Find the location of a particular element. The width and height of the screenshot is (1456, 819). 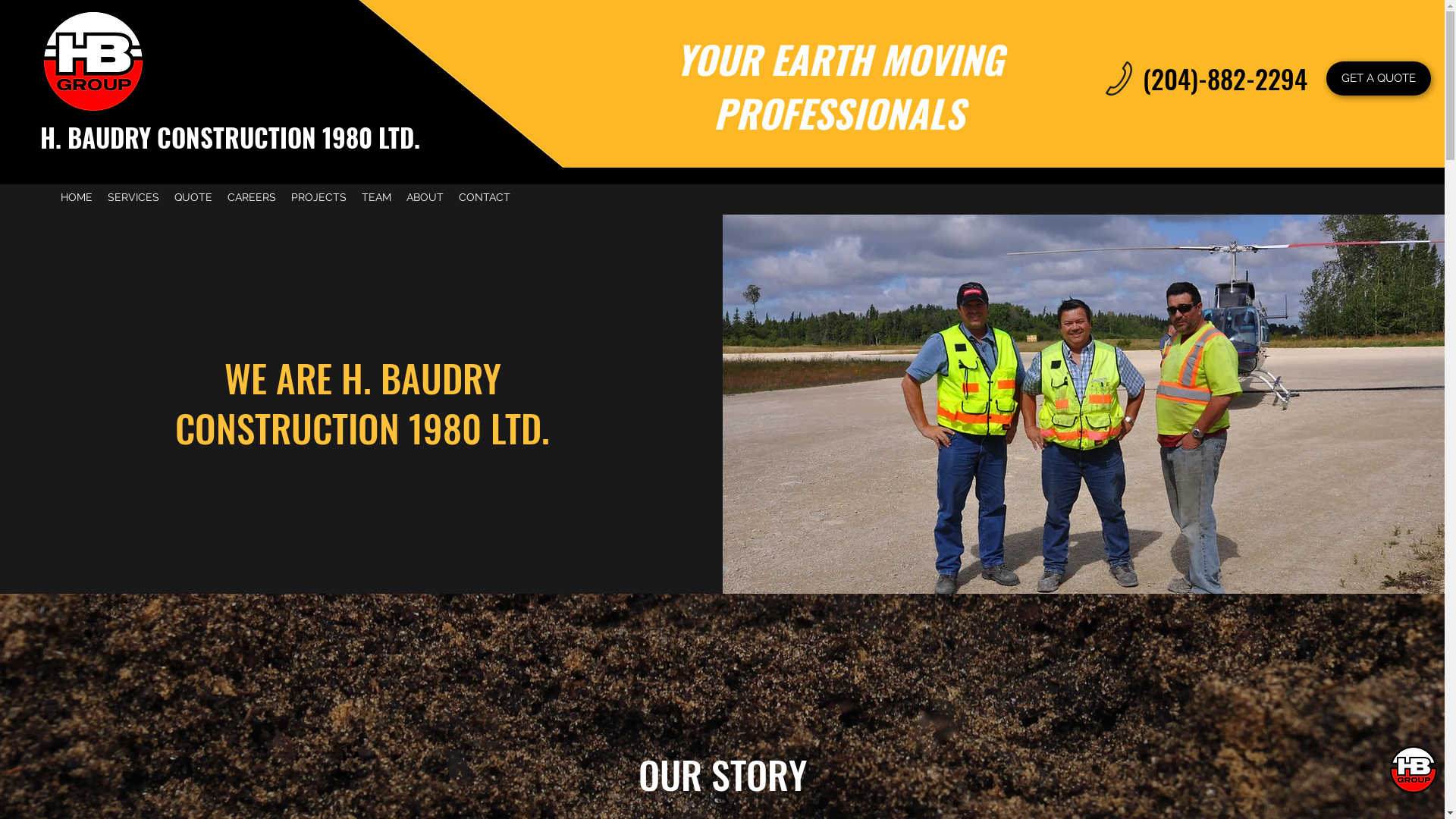

'ABOUT' is located at coordinates (425, 196).